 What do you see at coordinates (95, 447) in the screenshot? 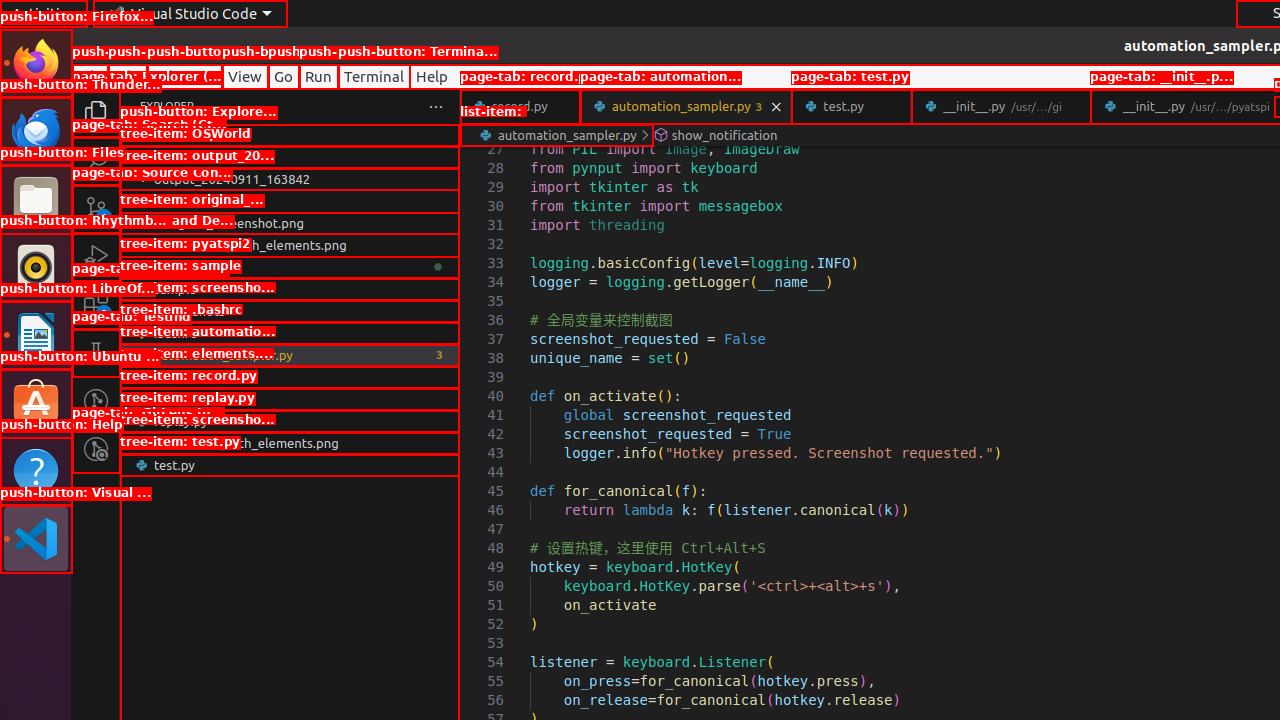
I see `'GitLens Inspect'` at bounding box center [95, 447].